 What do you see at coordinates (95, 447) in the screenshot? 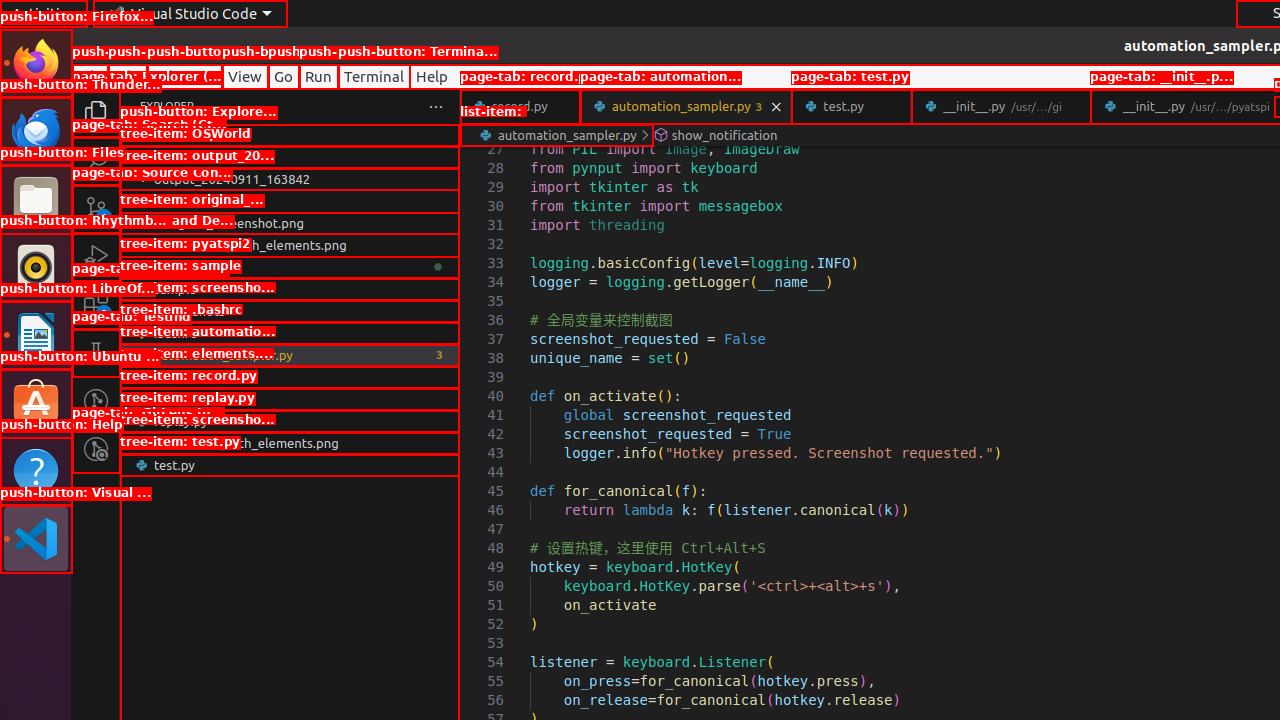
I see `'GitLens Inspect'` at bounding box center [95, 447].